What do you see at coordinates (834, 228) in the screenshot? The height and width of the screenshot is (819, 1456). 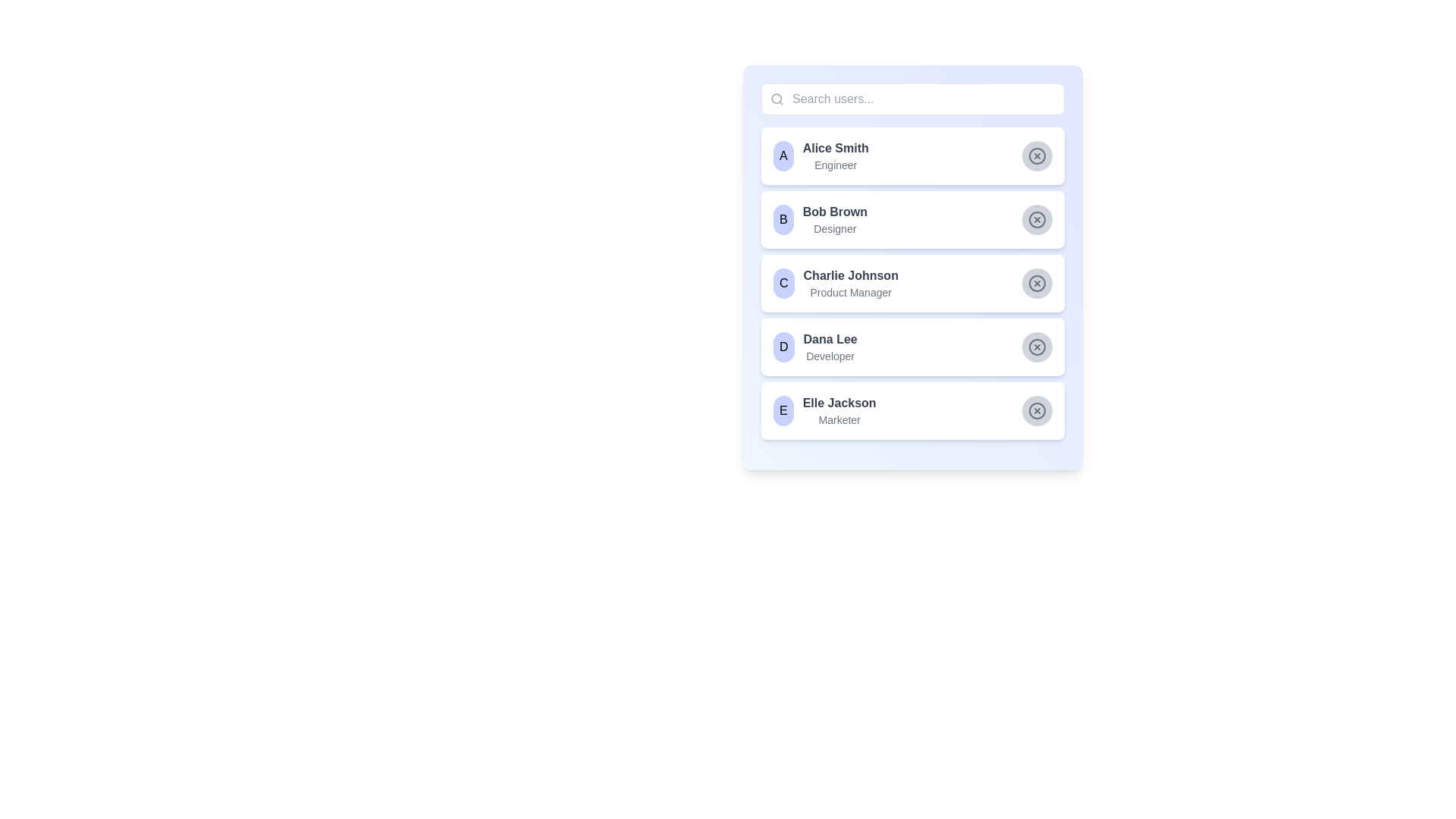 I see `the text content of the Text label indicating the profession or role of 'Bob Brown', located below the main name in the user card` at bounding box center [834, 228].